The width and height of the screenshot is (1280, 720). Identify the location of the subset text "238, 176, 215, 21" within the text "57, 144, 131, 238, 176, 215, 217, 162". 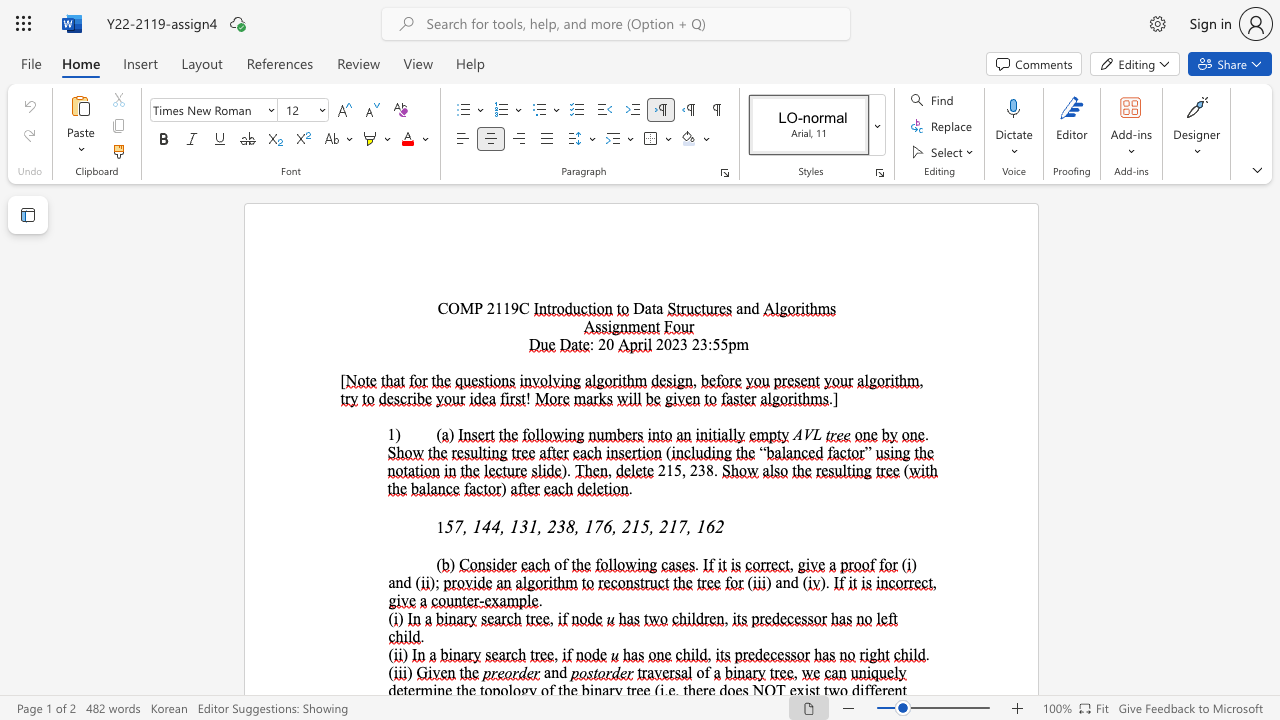
(547, 525).